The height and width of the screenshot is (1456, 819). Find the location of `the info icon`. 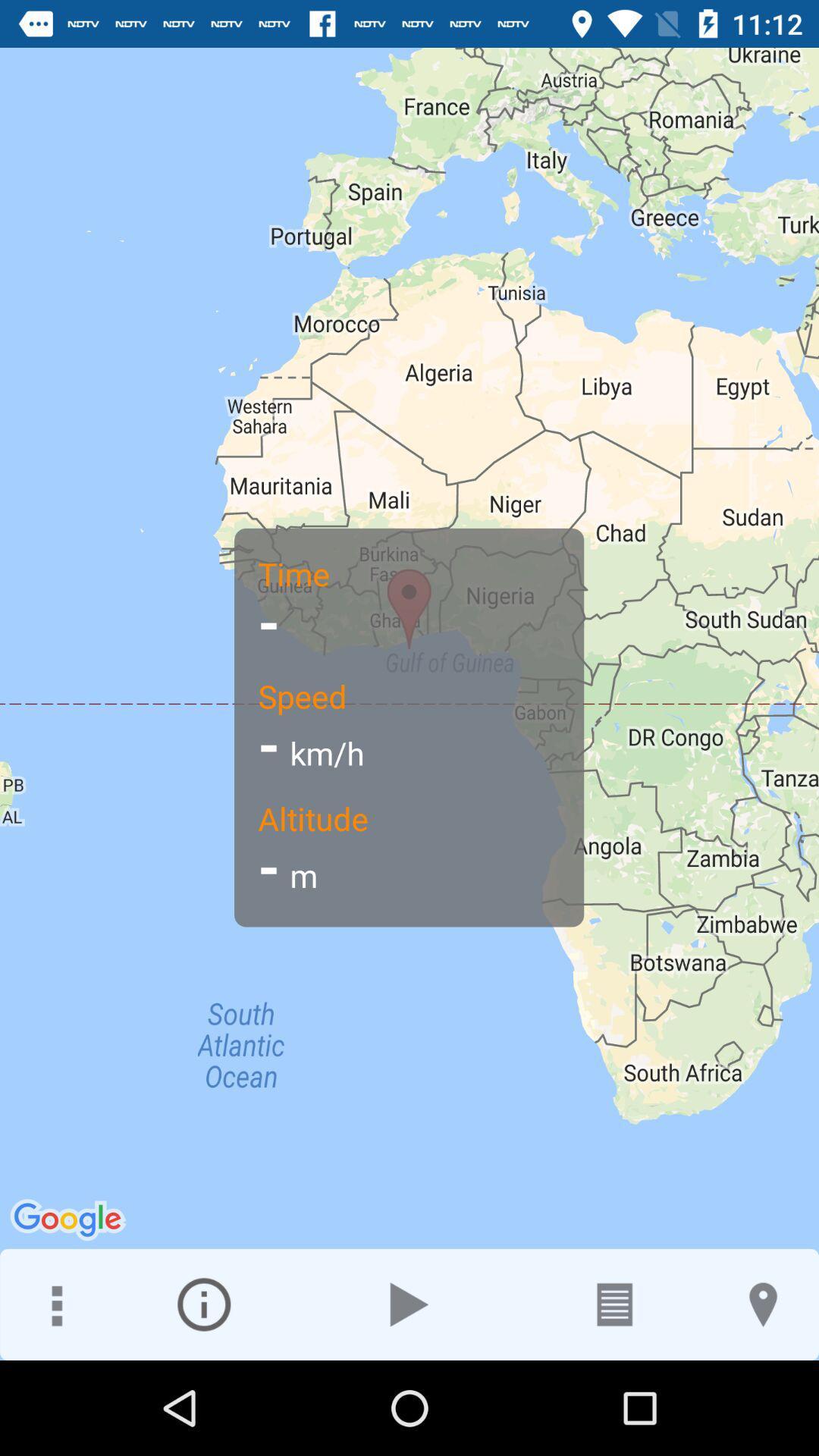

the info icon is located at coordinates (203, 1304).